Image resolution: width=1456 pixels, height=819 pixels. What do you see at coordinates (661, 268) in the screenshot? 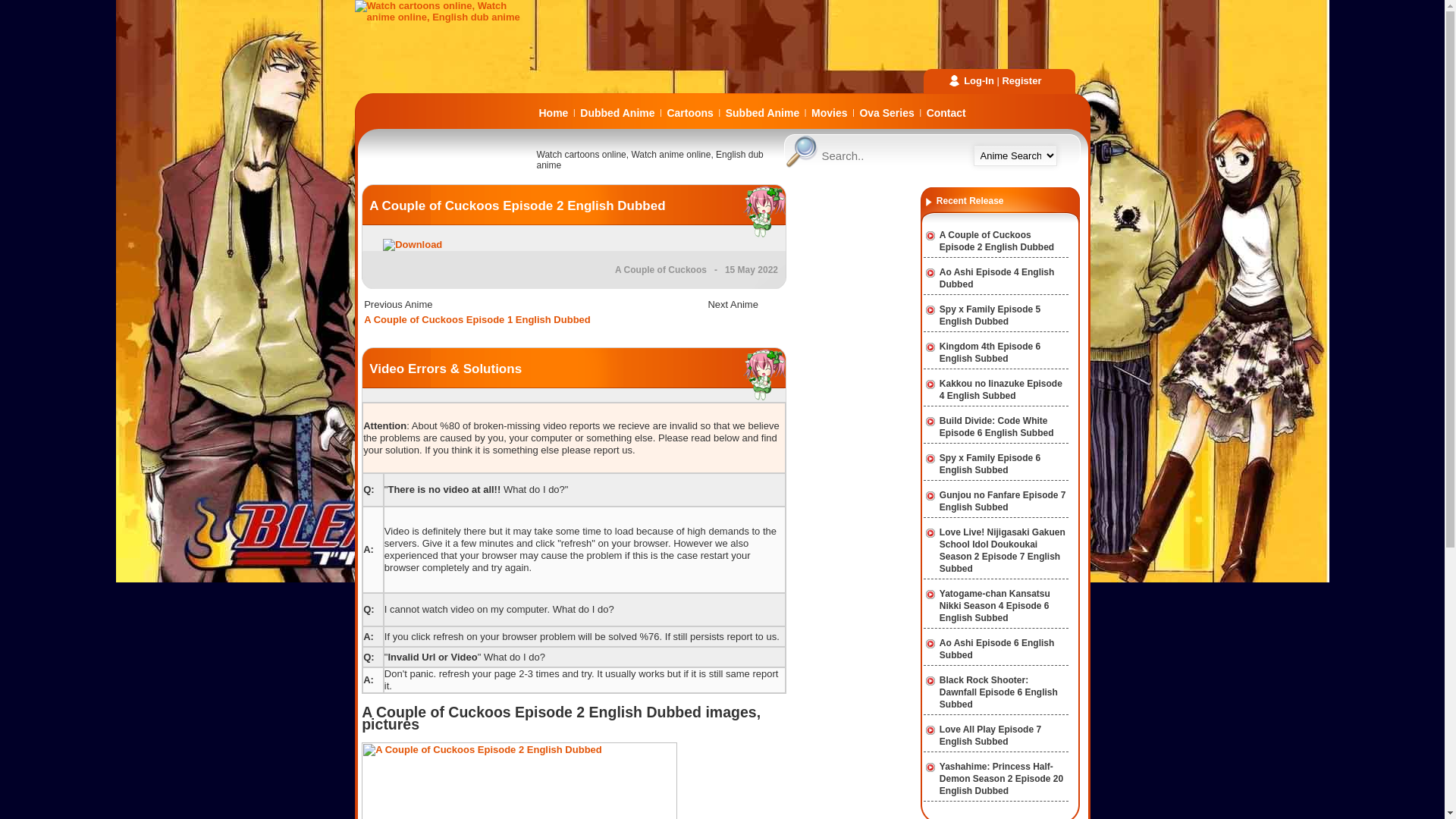
I see `'A Couple of Cuckoos'` at bounding box center [661, 268].